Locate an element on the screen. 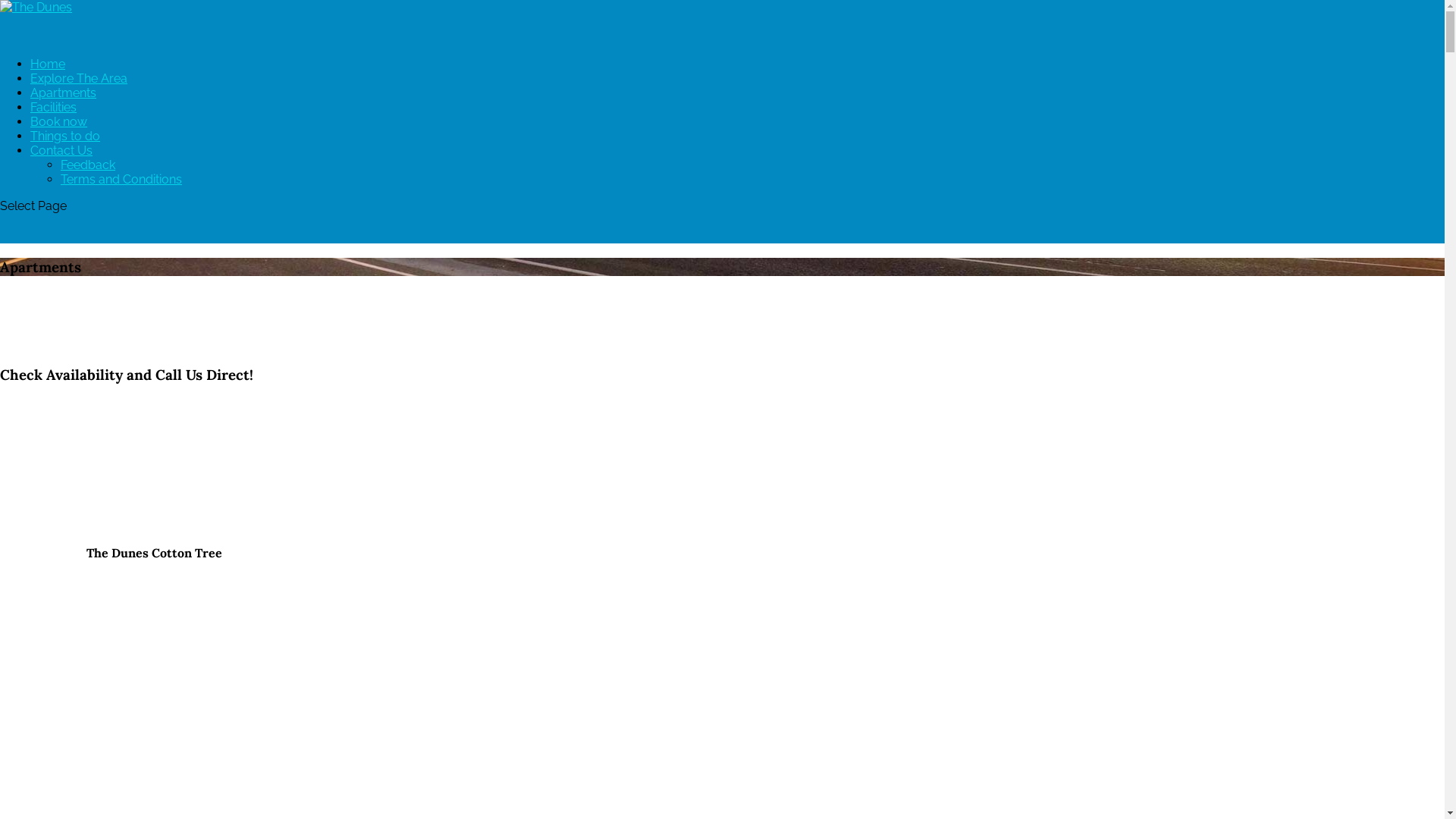 This screenshot has height=819, width=1456. 'Contact Us' is located at coordinates (30, 165).